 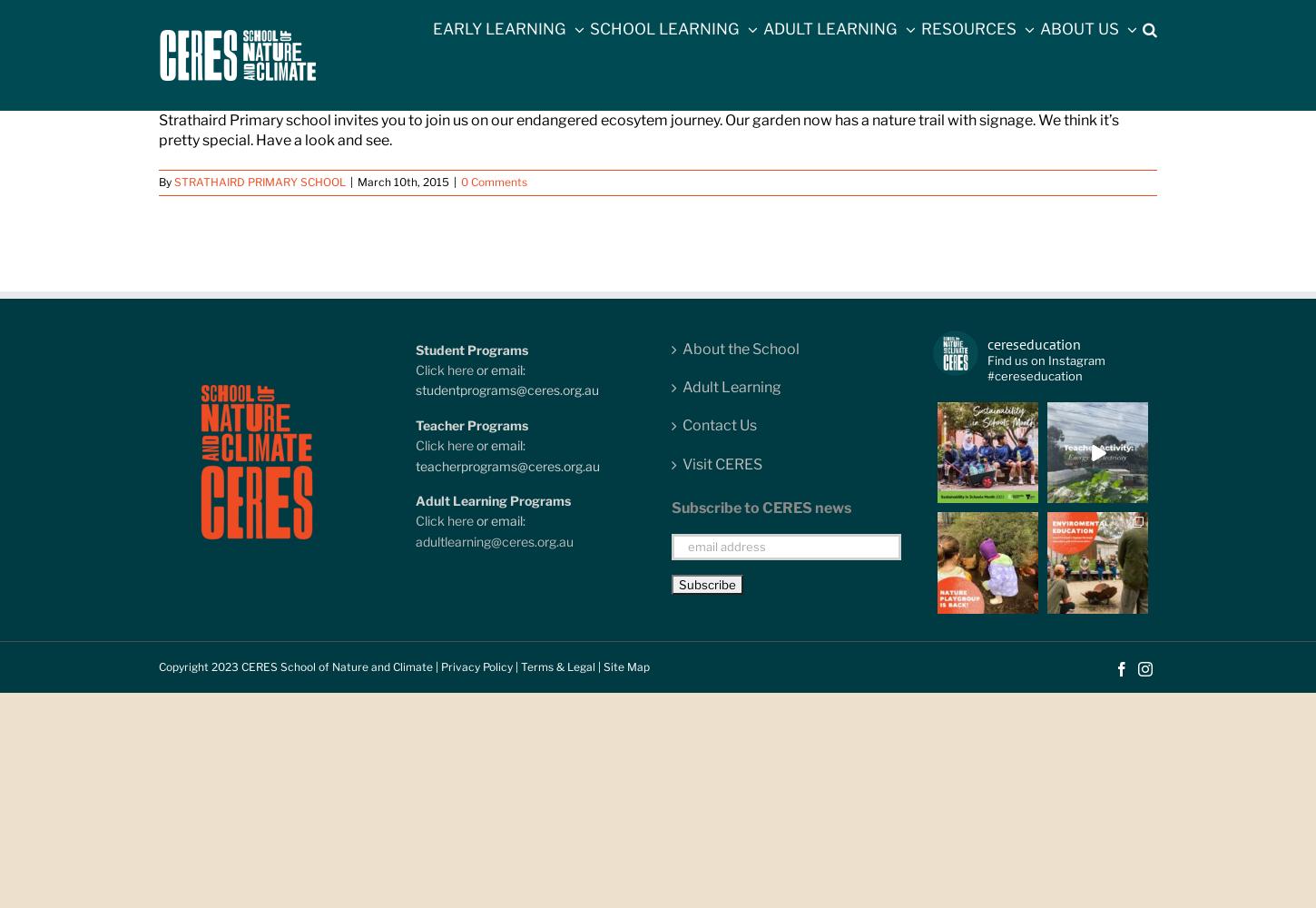 What do you see at coordinates (625, 666) in the screenshot?
I see `'Site Map'` at bounding box center [625, 666].